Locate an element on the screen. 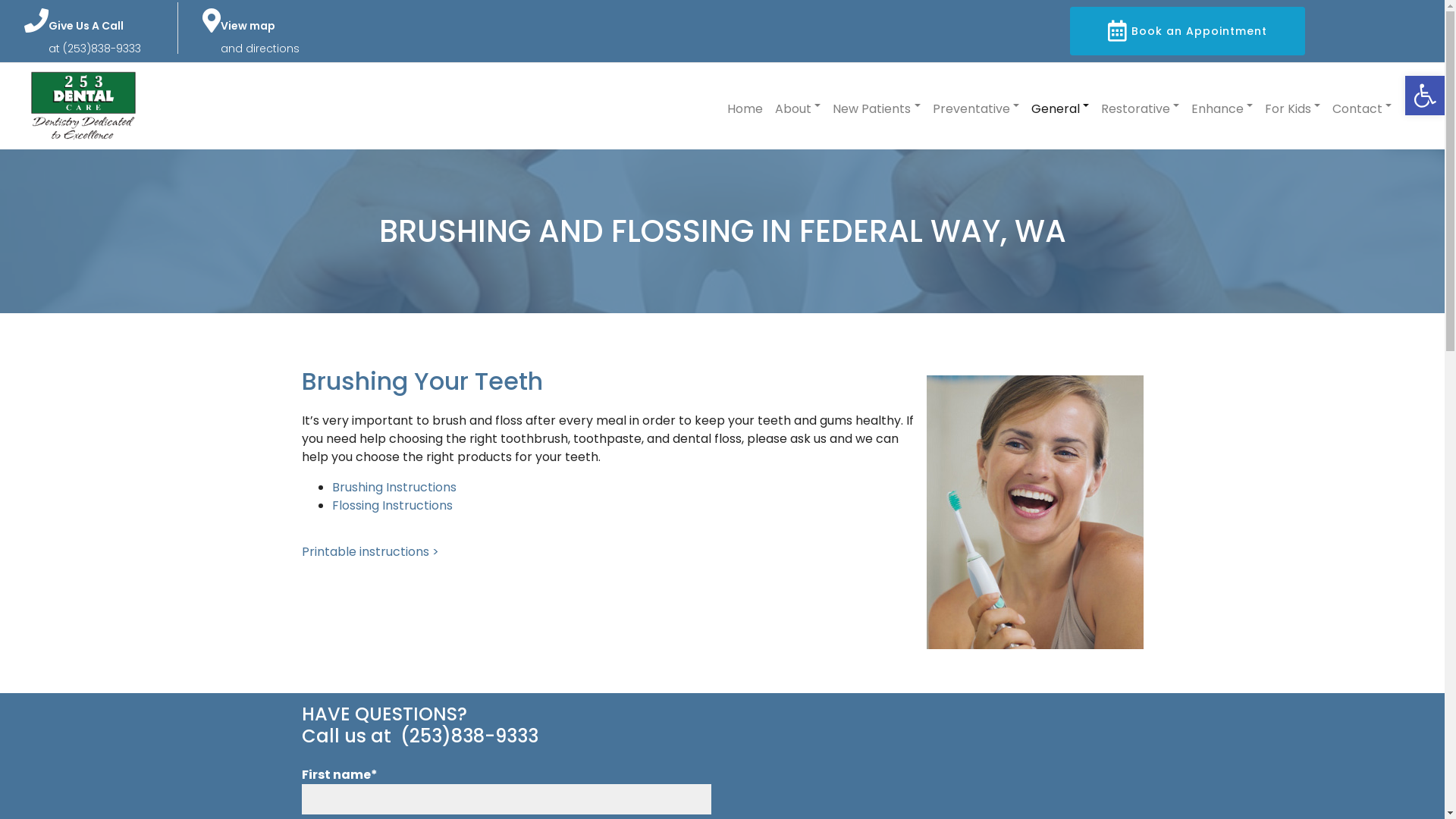 This screenshot has height=819, width=1456. 'Flossing Instructions' is located at coordinates (392, 505).